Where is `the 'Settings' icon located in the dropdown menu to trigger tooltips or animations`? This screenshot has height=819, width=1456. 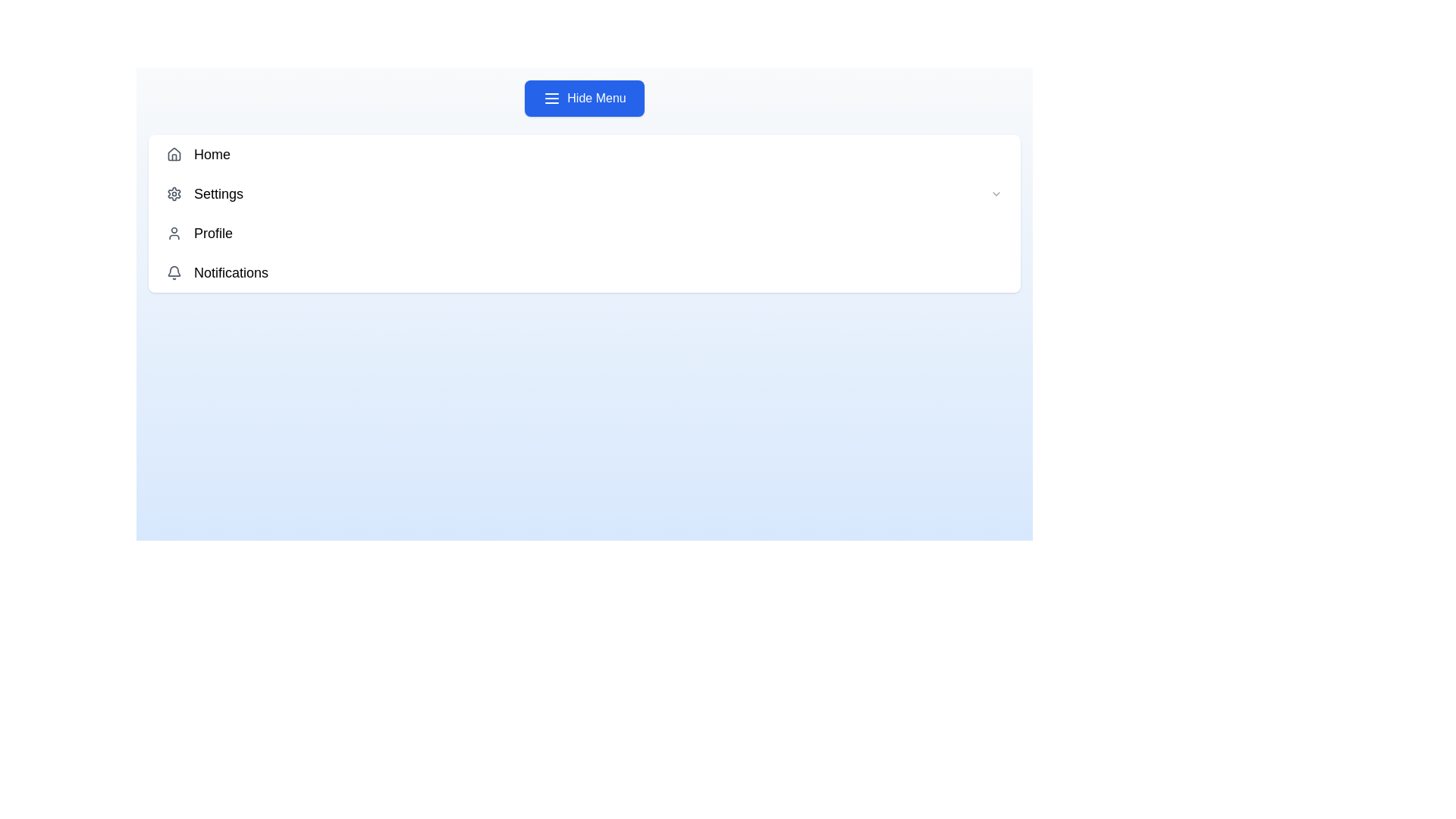 the 'Settings' icon located in the dropdown menu to trigger tooltips or animations is located at coordinates (174, 193).